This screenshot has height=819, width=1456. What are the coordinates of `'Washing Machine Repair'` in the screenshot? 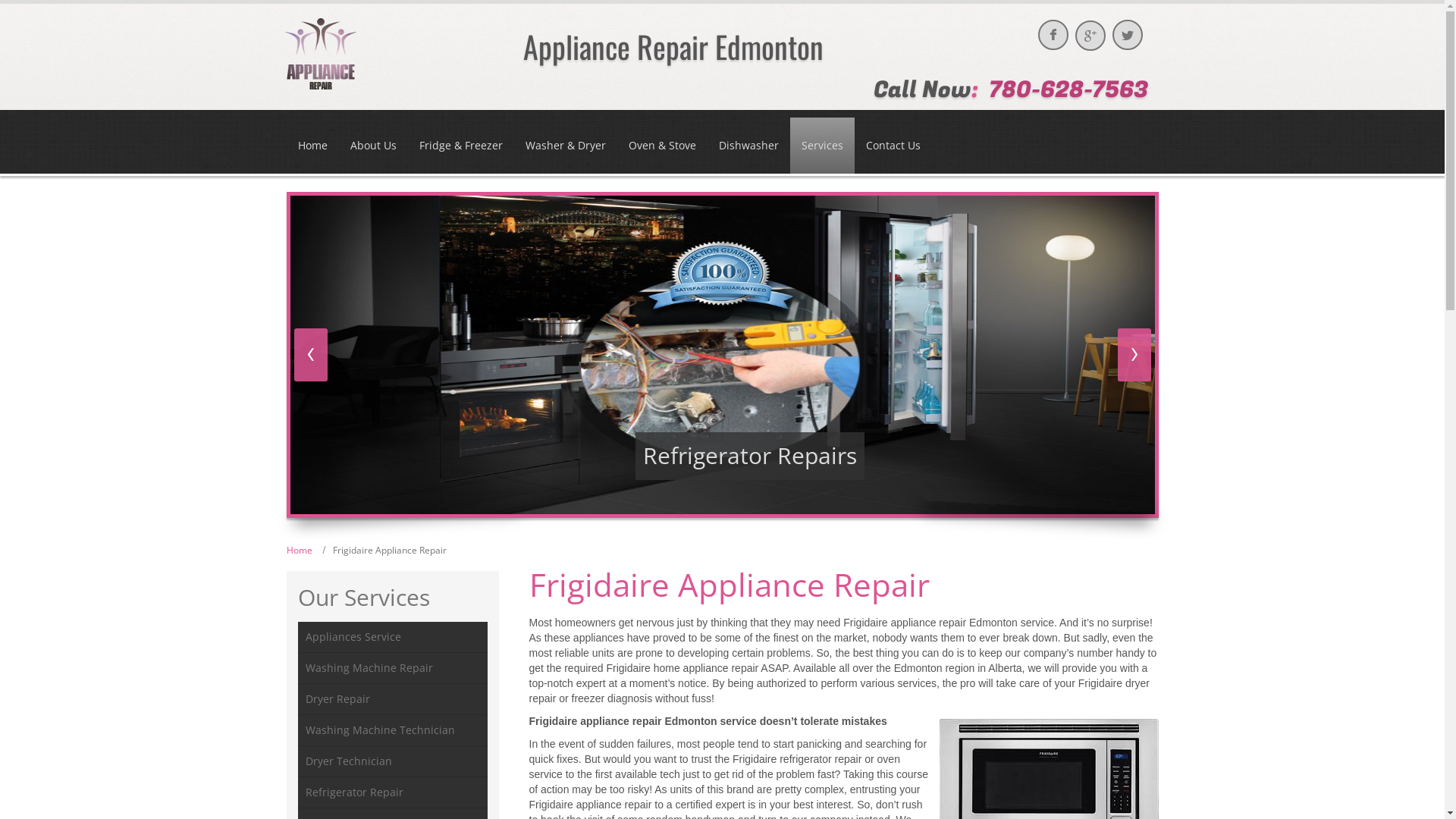 It's located at (392, 667).